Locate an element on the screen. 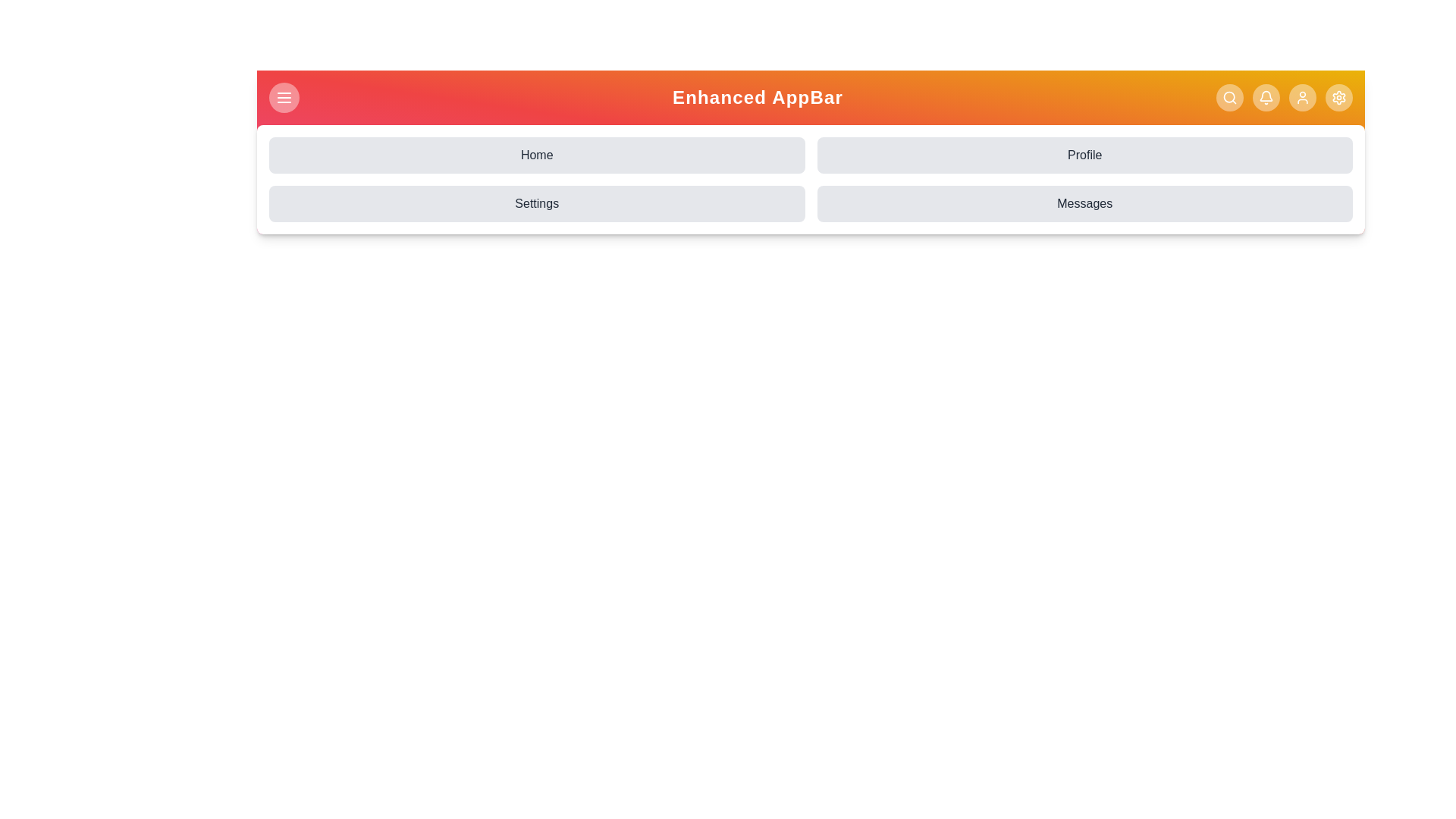 This screenshot has width=1456, height=819. the menu option Settings is located at coordinates (537, 203).